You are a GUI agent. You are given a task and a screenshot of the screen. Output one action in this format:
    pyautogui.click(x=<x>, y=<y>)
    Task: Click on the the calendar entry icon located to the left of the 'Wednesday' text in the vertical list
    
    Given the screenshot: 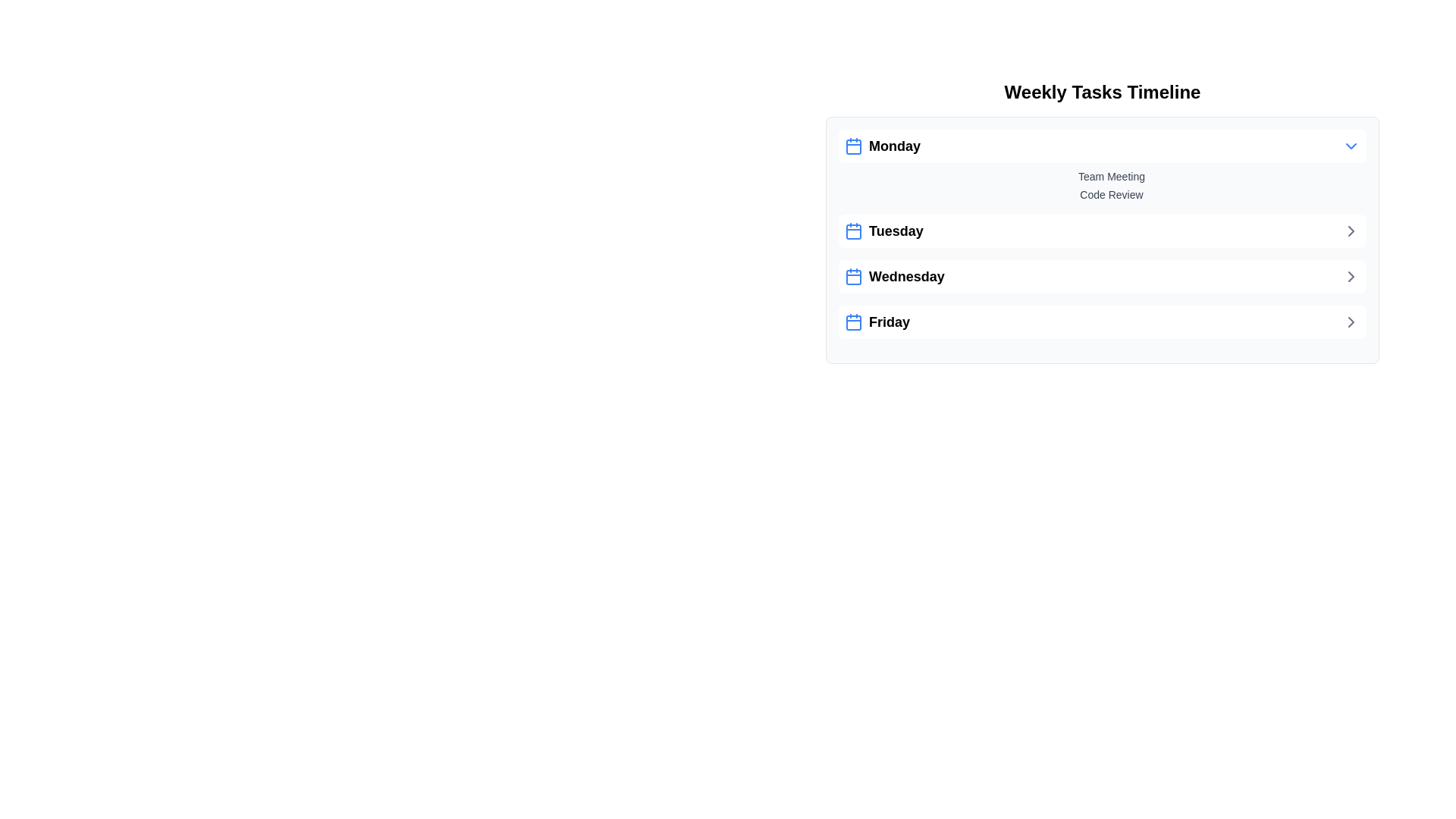 What is the action you would take?
    pyautogui.click(x=854, y=277)
    